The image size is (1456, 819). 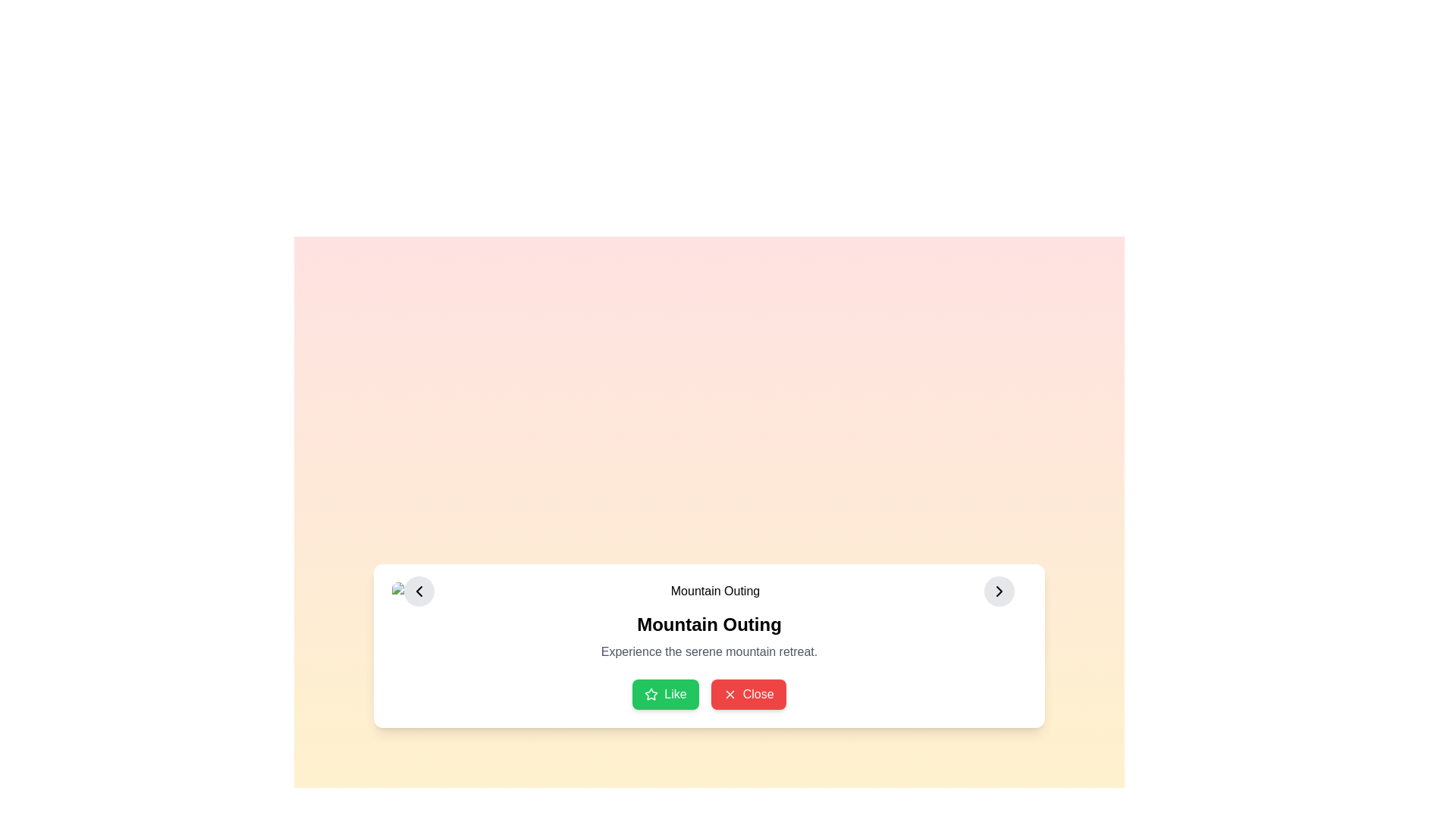 I want to click on text displayed in the Text Display element located directly under the title 'Mountain Outing.', so click(x=708, y=651).